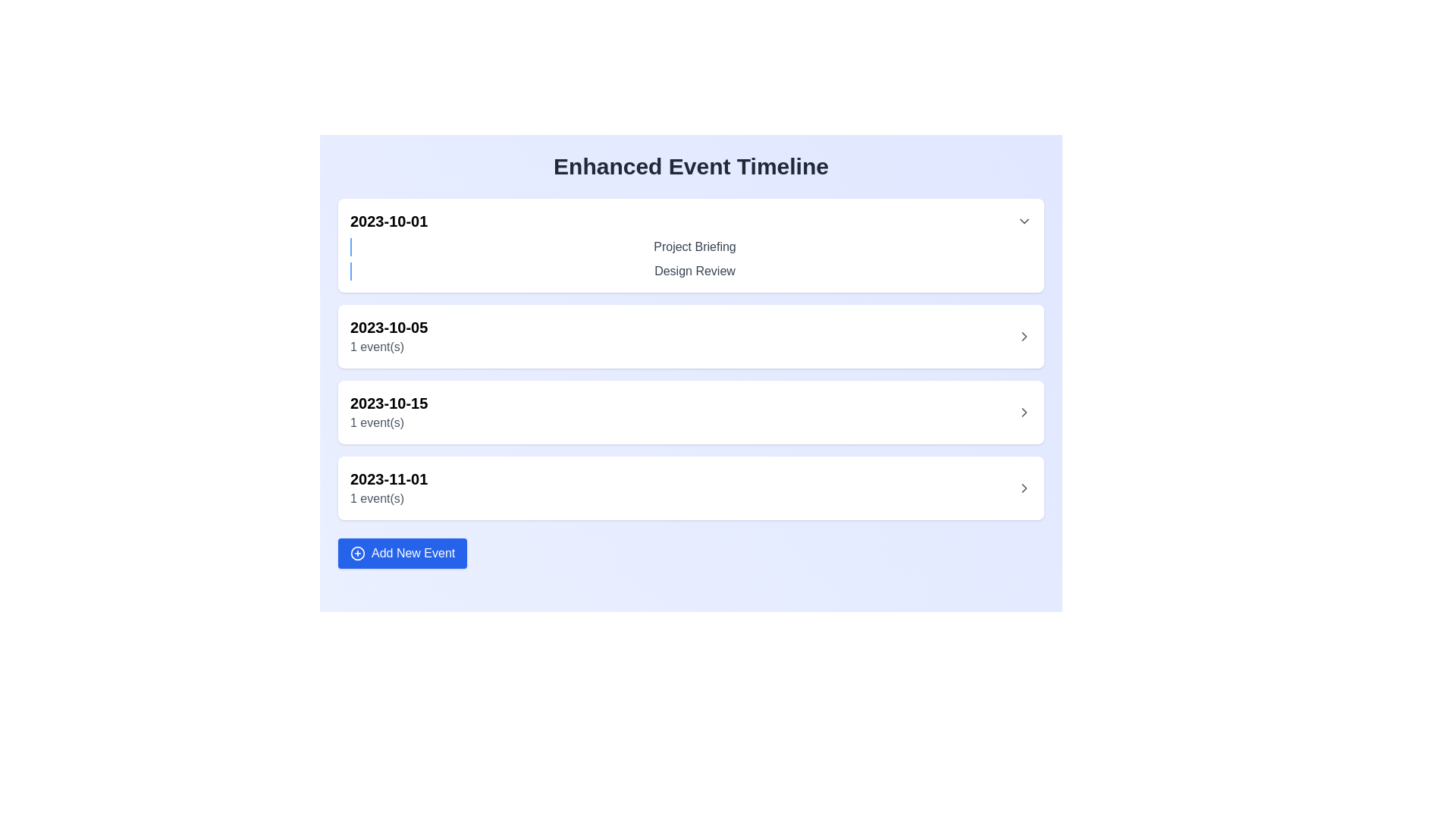 The width and height of the screenshot is (1456, 819). Describe the element at coordinates (1024, 412) in the screenshot. I see `the rightward-pointing chevron arrow icon located on the far right of the entry for '2023-10-15' in the timeline` at that location.